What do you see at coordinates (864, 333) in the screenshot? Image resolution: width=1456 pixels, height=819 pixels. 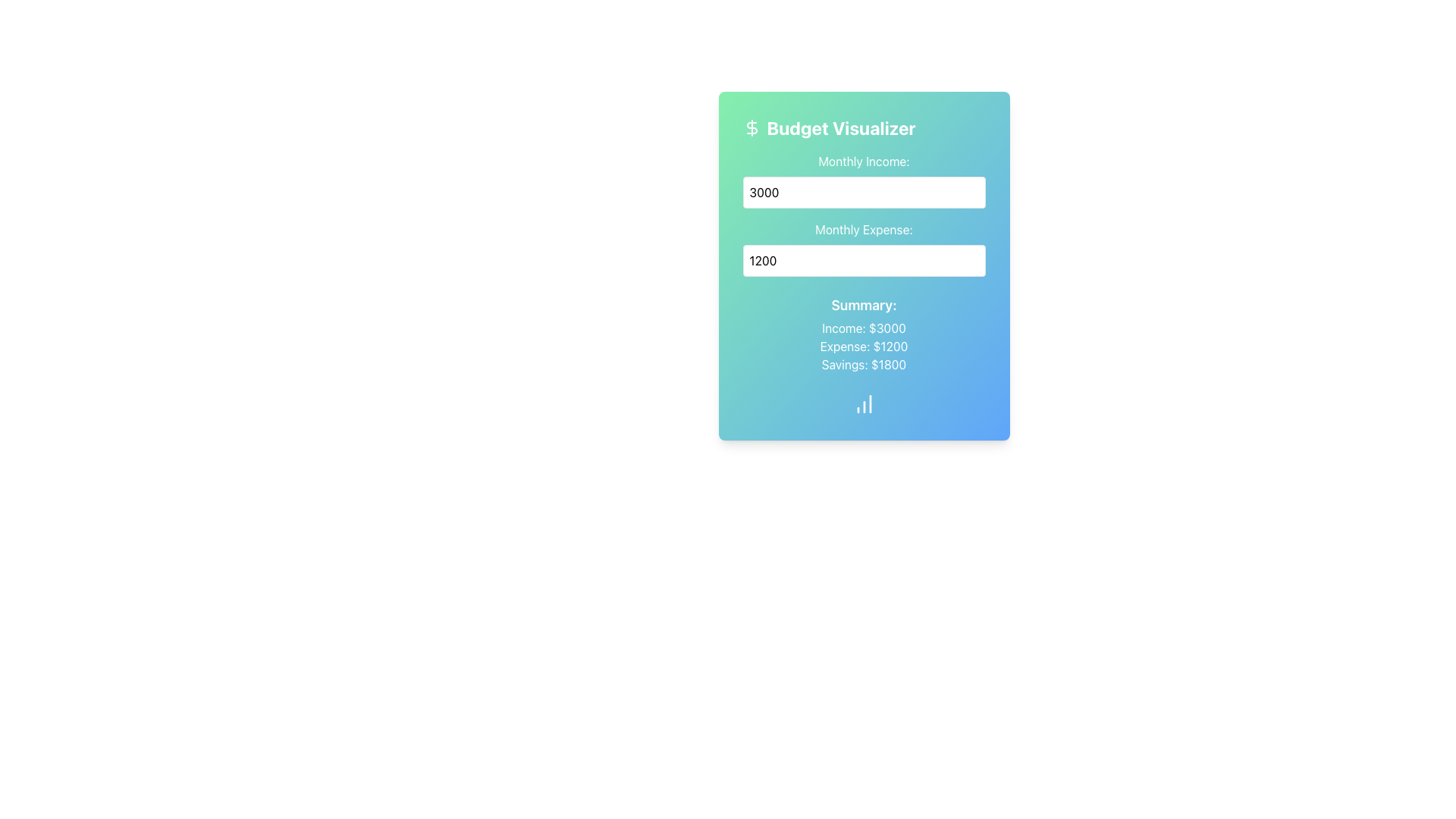 I see `the Text block that provides a breakdown of financial data located beneath the 'Monthly Expense:' section in the 'Budget Visualizer' card` at bounding box center [864, 333].